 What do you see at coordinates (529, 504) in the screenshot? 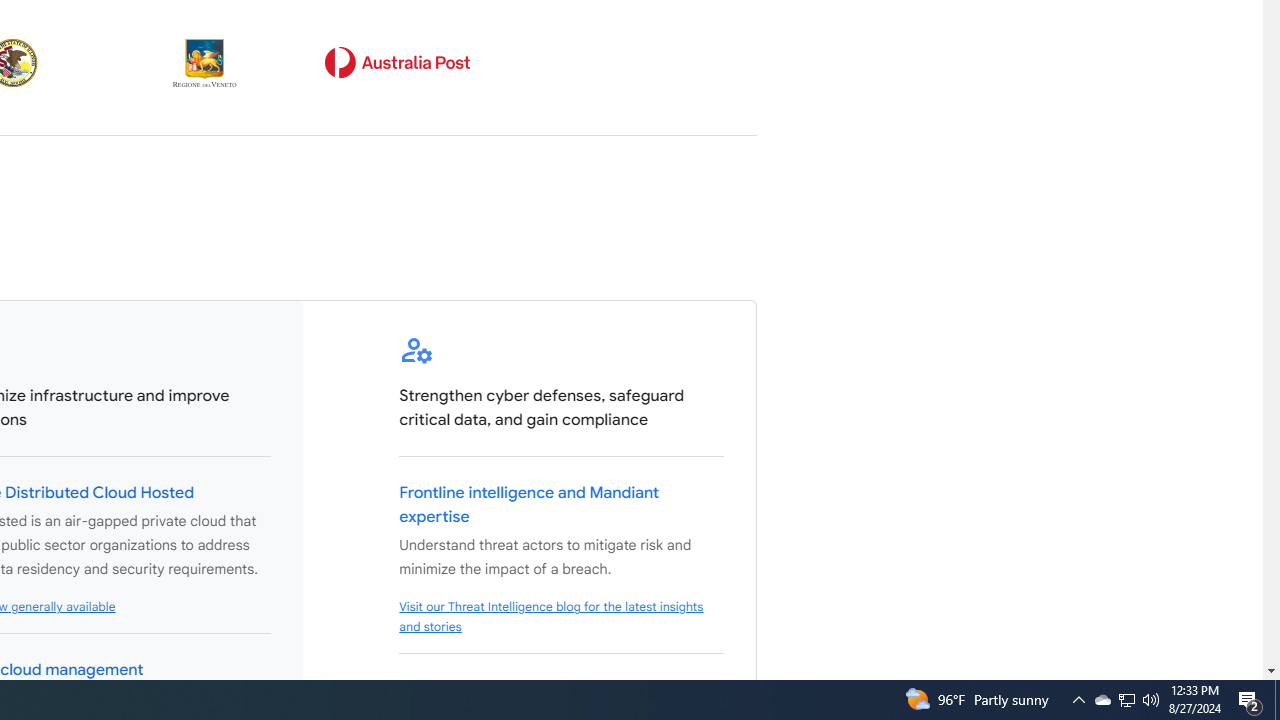
I see `'Frontline intelligence and Mandiant expertise'` at bounding box center [529, 504].